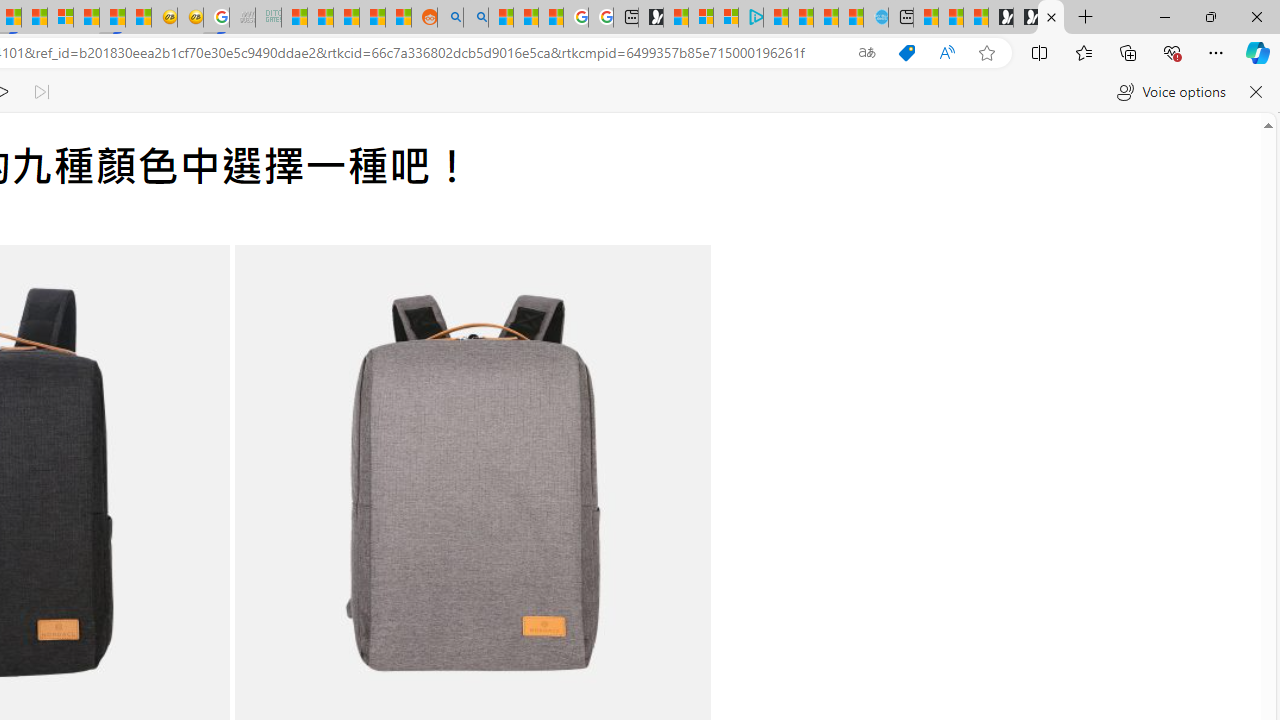  I want to click on 'Close read aloud', so click(1254, 92).